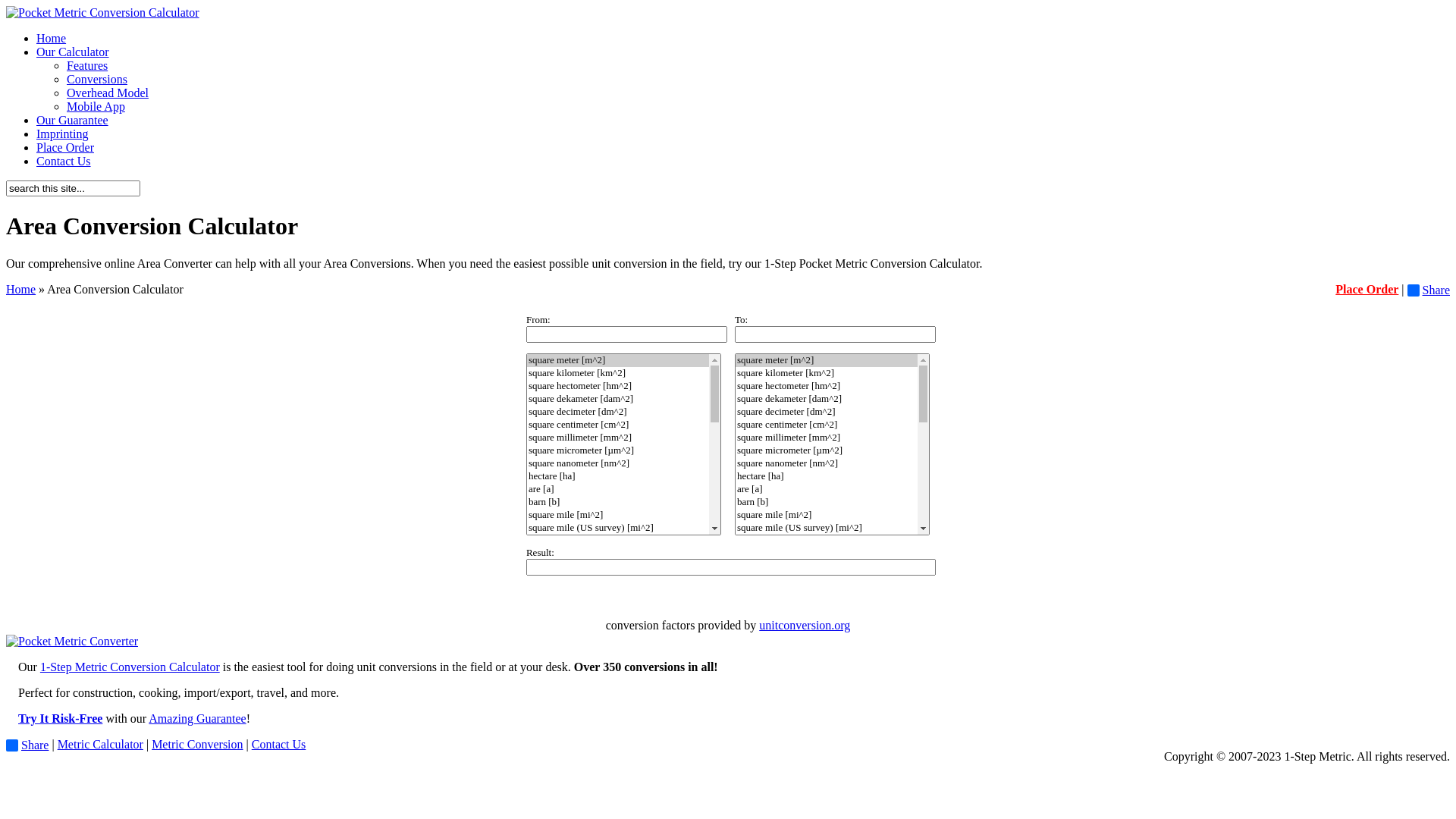  Describe the element at coordinates (86, 64) in the screenshot. I see `'Features'` at that location.